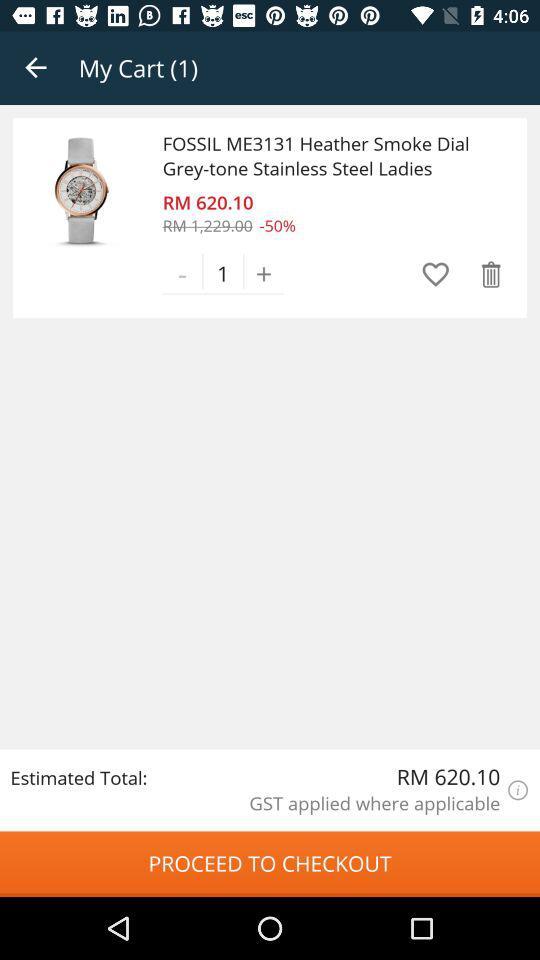  What do you see at coordinates (434, 273) in the screenshot?
I see `like` at bounding box center [434, 273].